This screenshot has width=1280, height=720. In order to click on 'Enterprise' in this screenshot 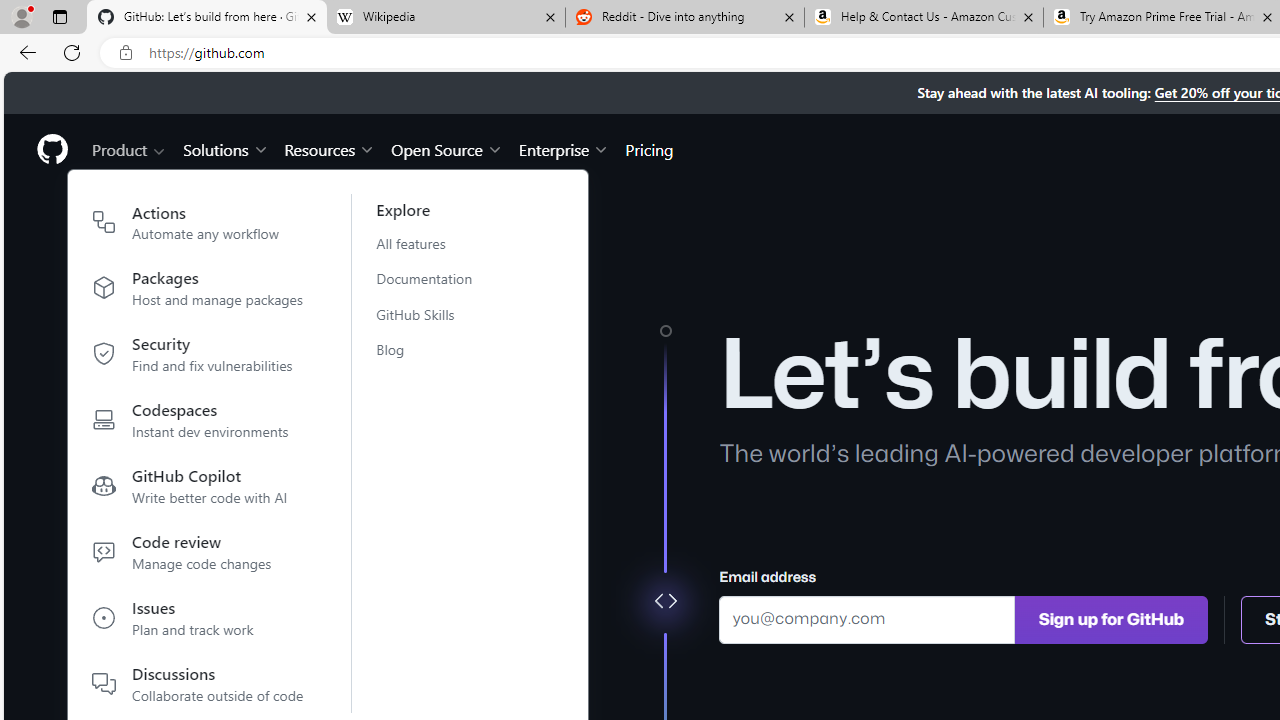, I will do `click(562, 148)`.